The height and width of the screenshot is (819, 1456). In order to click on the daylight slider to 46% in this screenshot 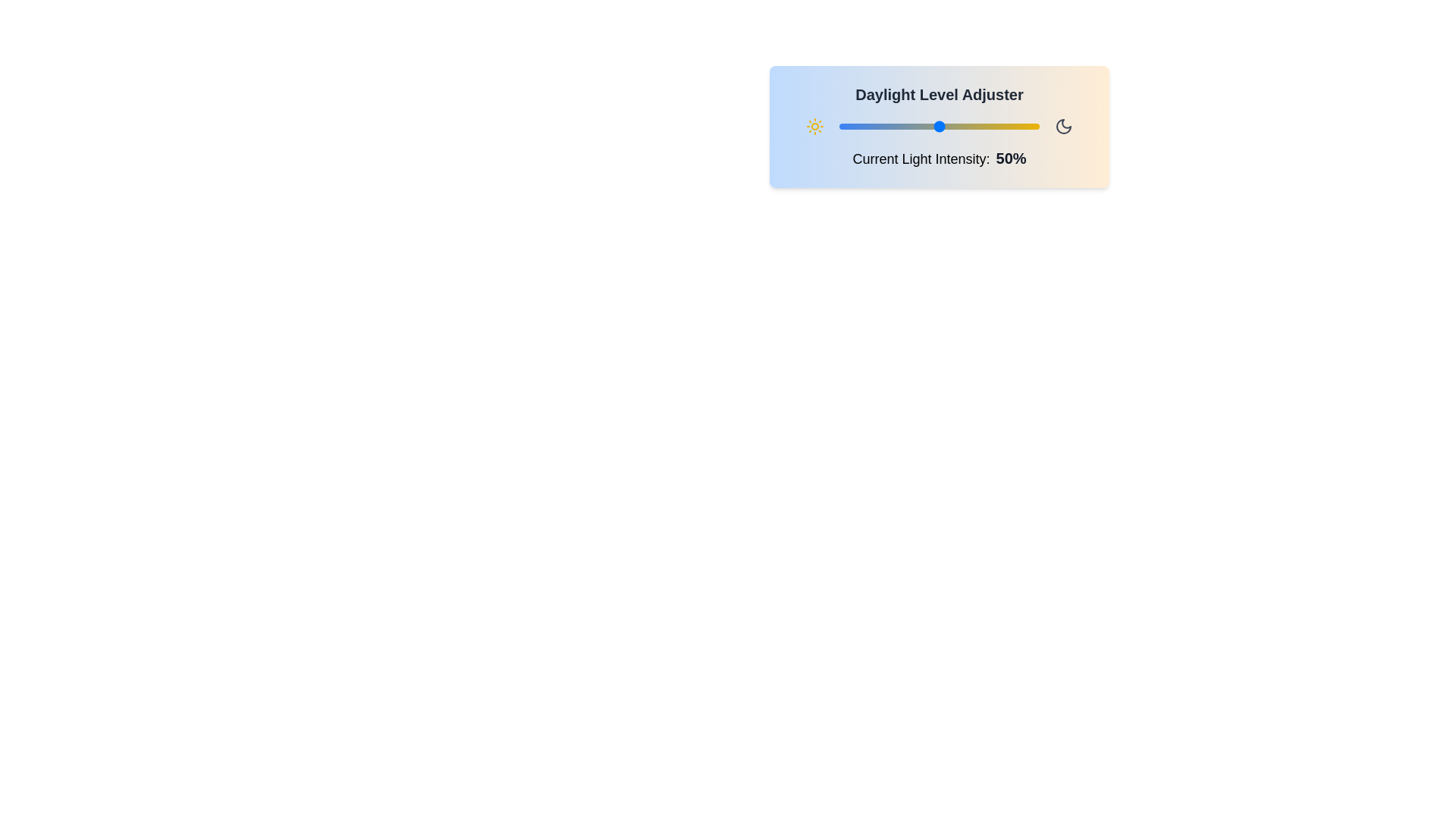, I will do `click(930, 125)`.